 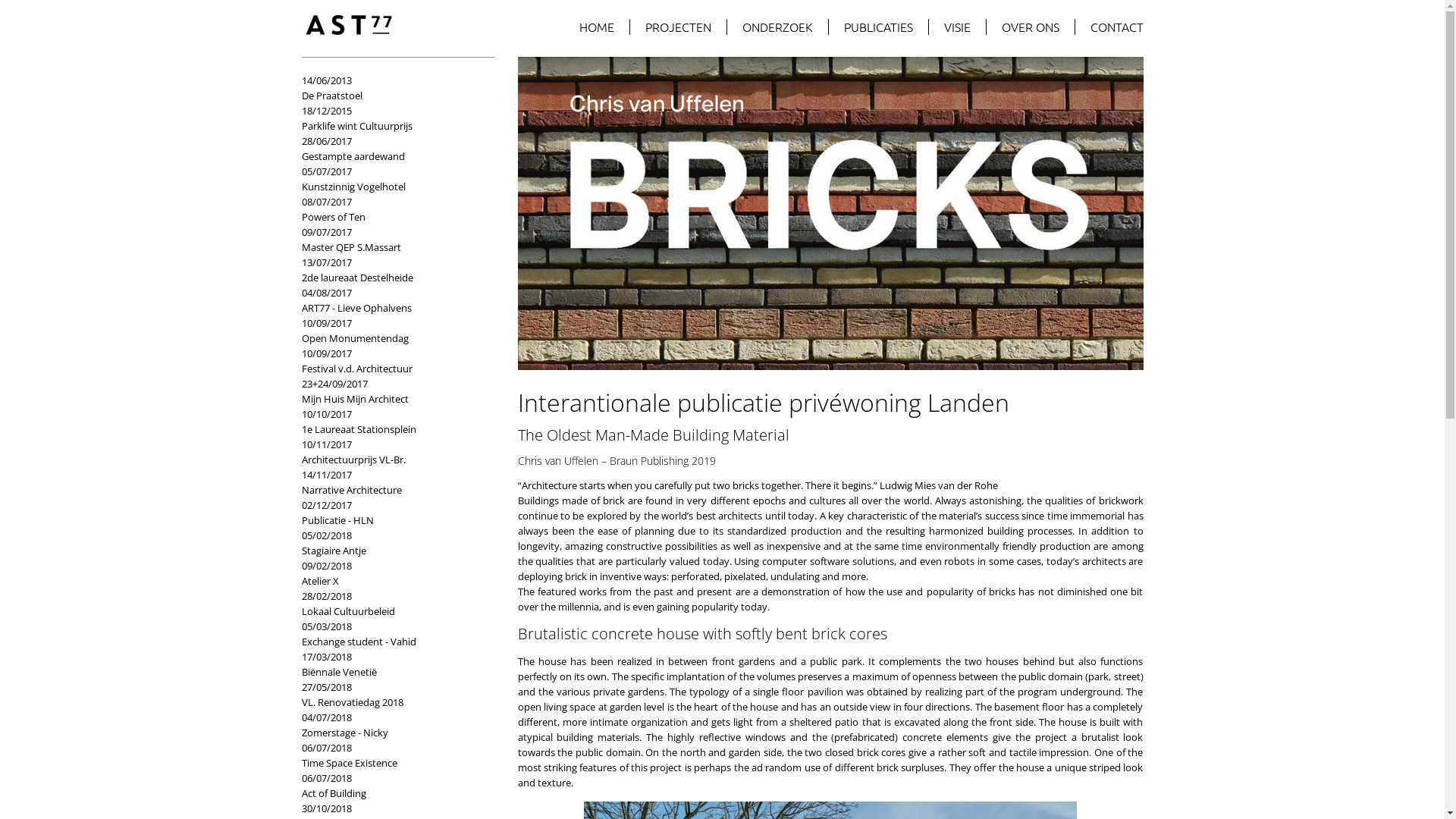 I want to click on '02/12/2017, so click(x=391, y=512).